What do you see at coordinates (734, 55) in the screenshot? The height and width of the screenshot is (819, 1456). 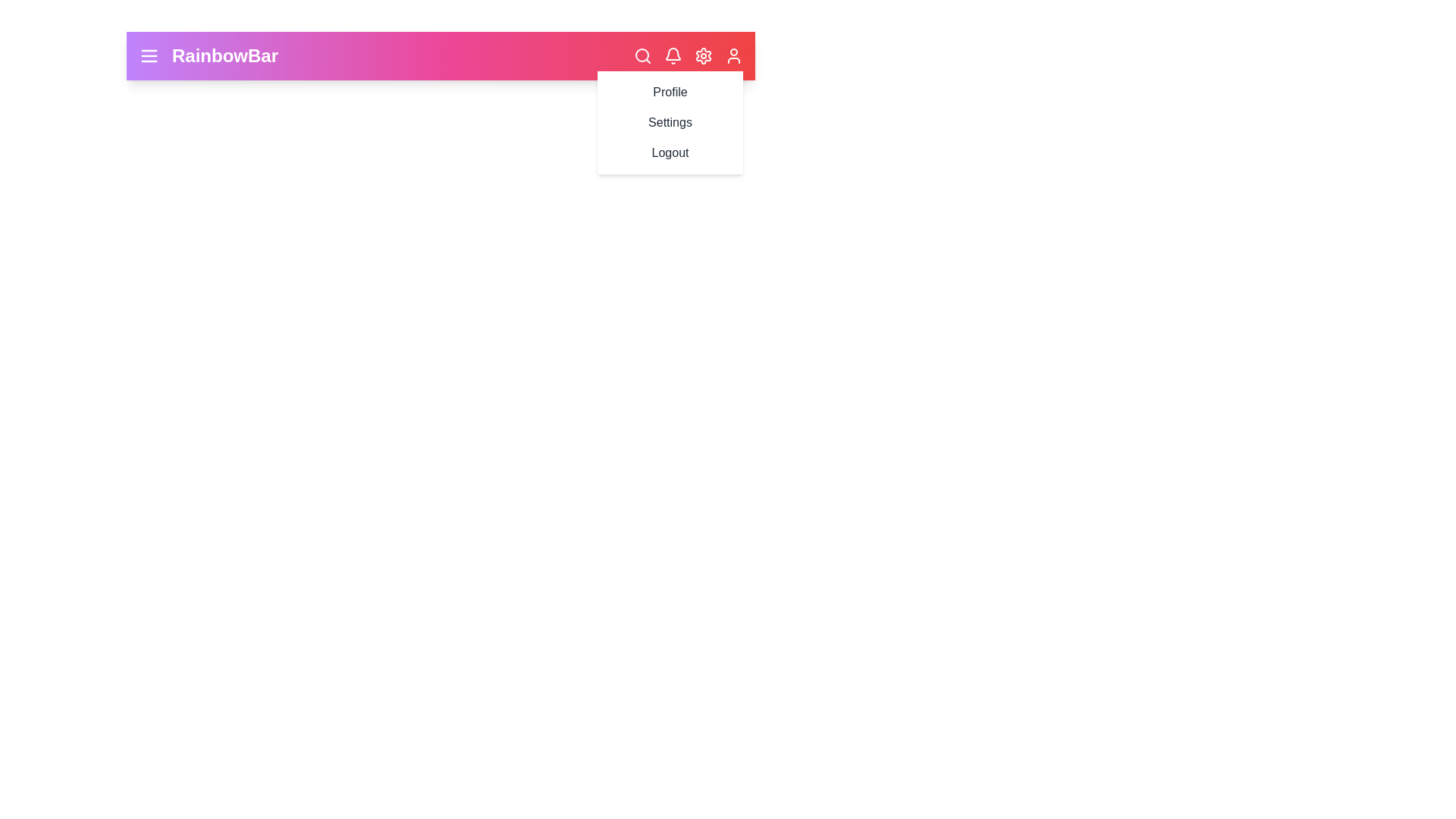 I see `the user icon to open the user menu` at bounding box center [734, 55].